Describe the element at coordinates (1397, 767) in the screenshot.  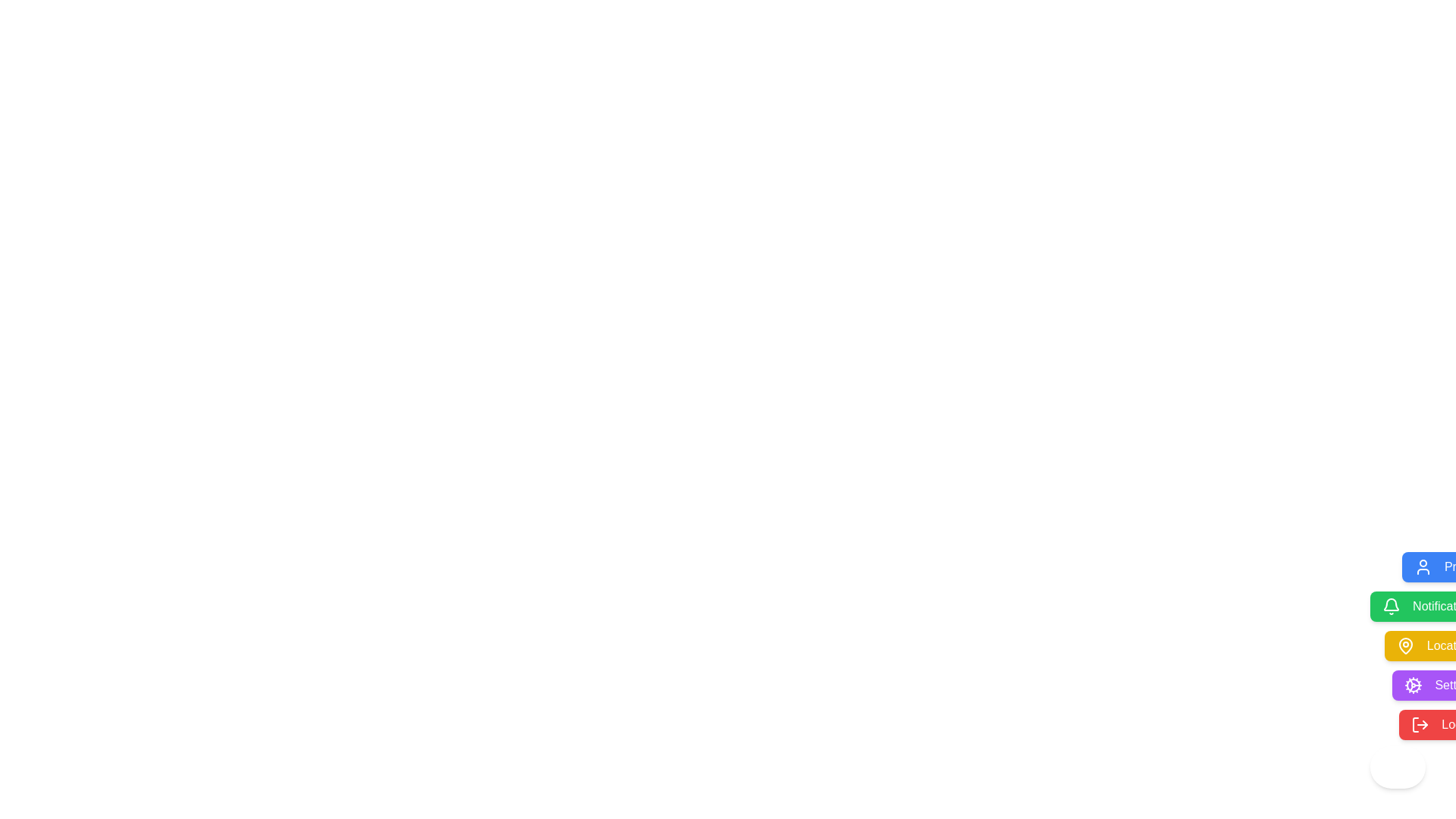
I see `the circular close button located at the far right-bottom corner of the interface to receive visual feedback` at that location.